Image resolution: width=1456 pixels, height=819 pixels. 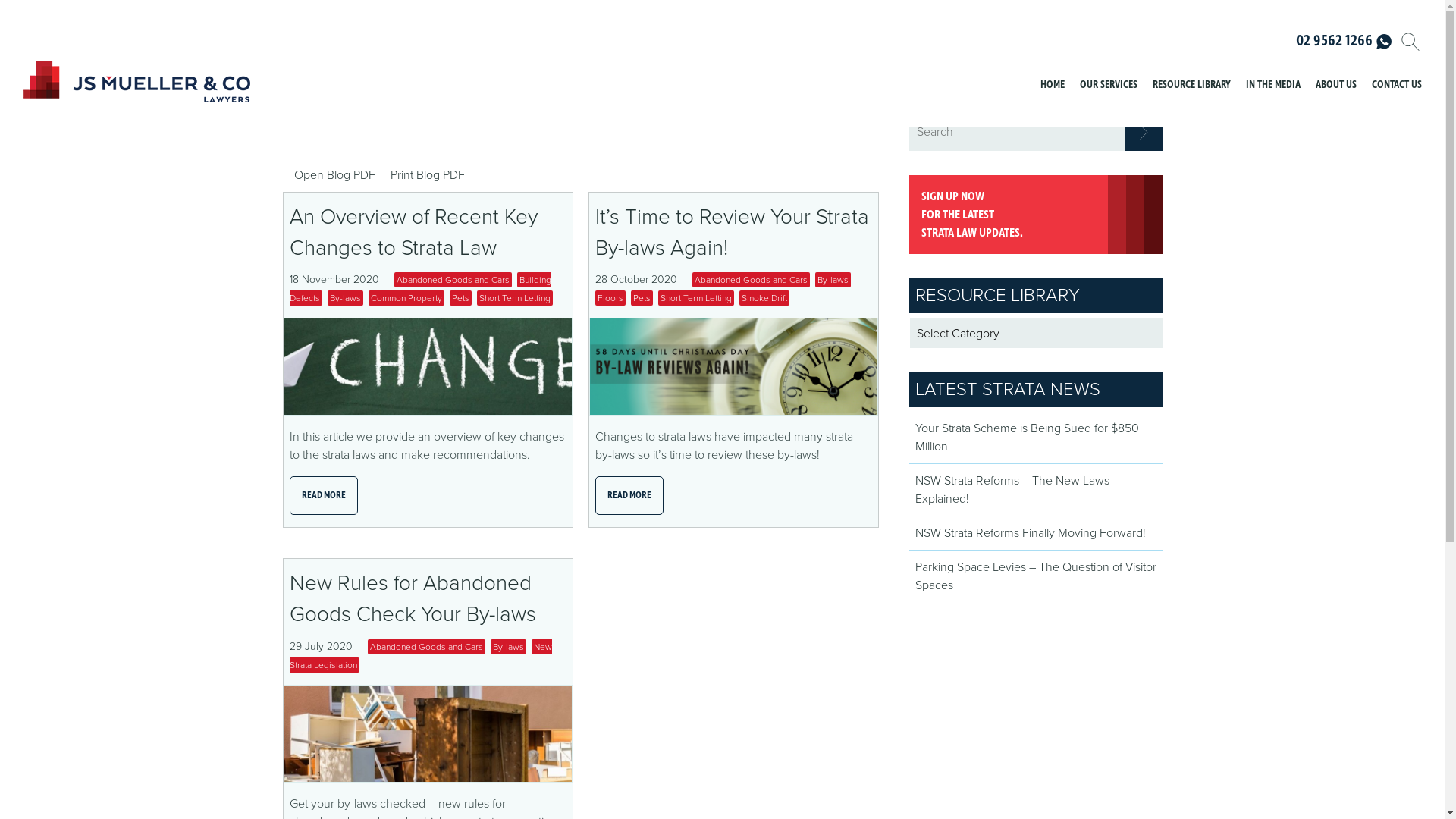 What do you see at coordinates (421, 654) in the screenshot?
I see `'New Strata Legislation'` at bounding box center [421, 654].